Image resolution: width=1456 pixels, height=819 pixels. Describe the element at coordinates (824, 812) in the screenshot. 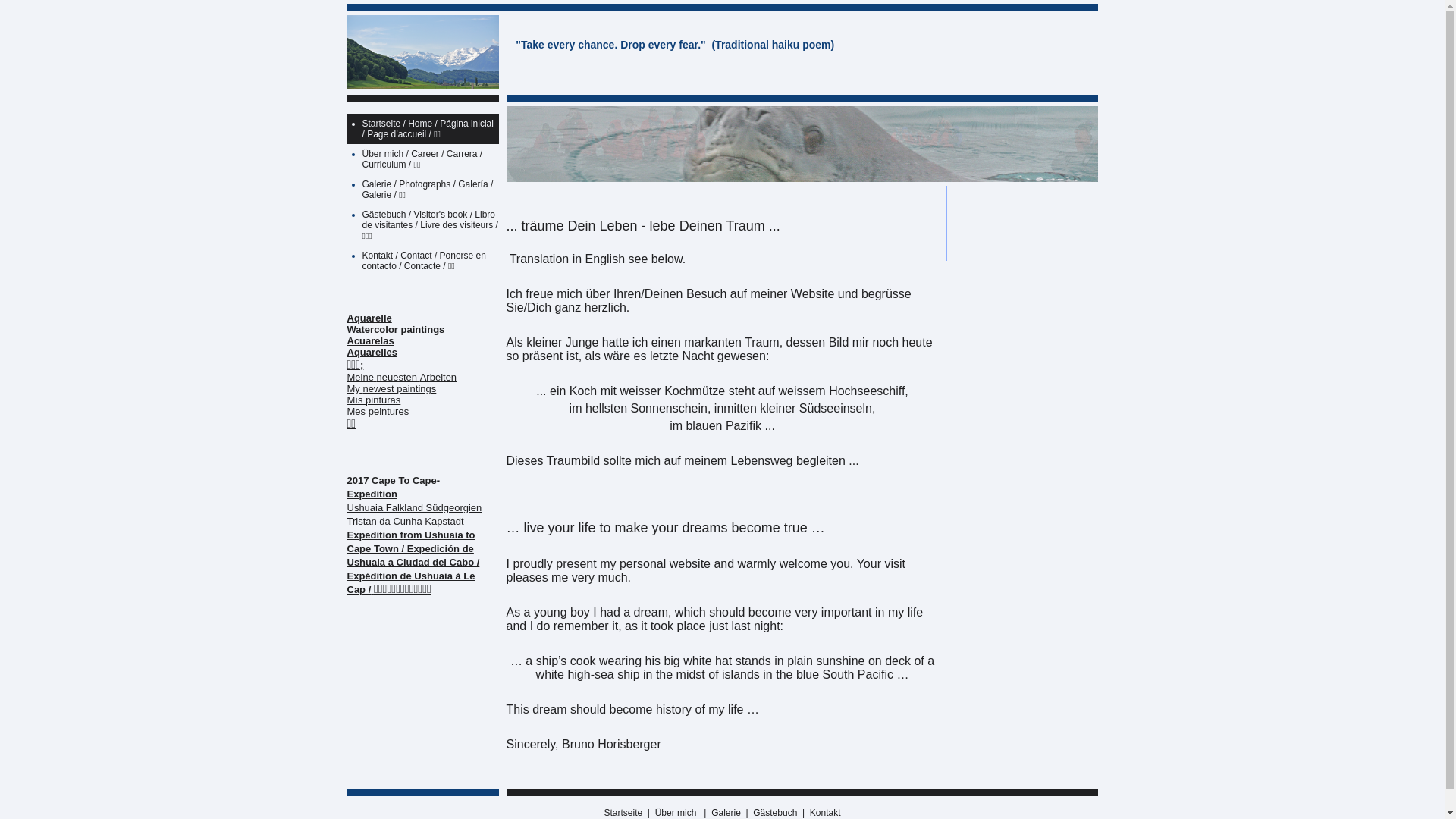

I see `'Kontakt'` at that location.